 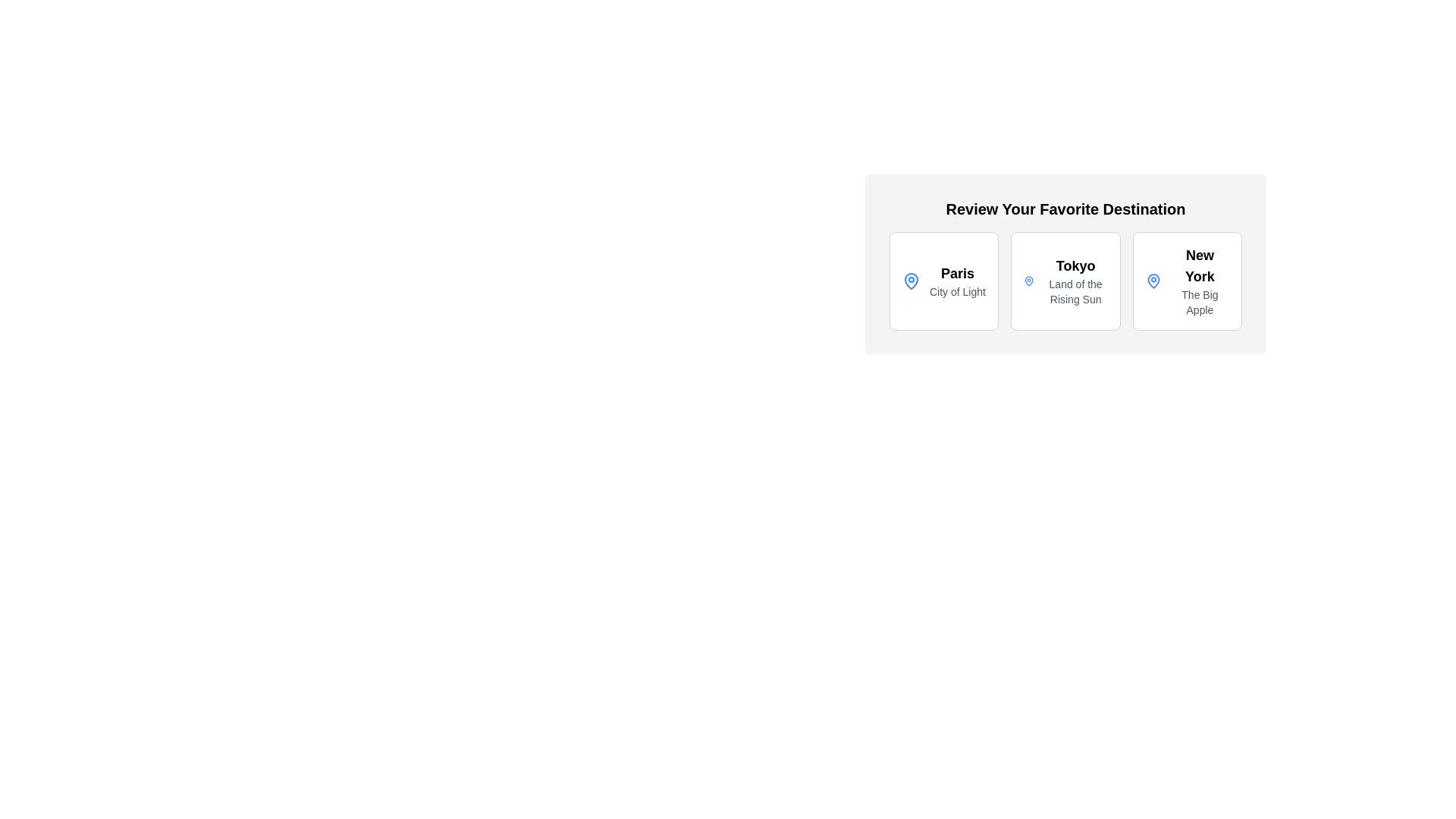 I want to click on bold text label 'Tokyo' located in the top part of the second card in a horizontal row of three cards, which is visually distinct due to its larger size compared to the subtitle 'Land of the Rising Sun', so click(x=1075, y=265).